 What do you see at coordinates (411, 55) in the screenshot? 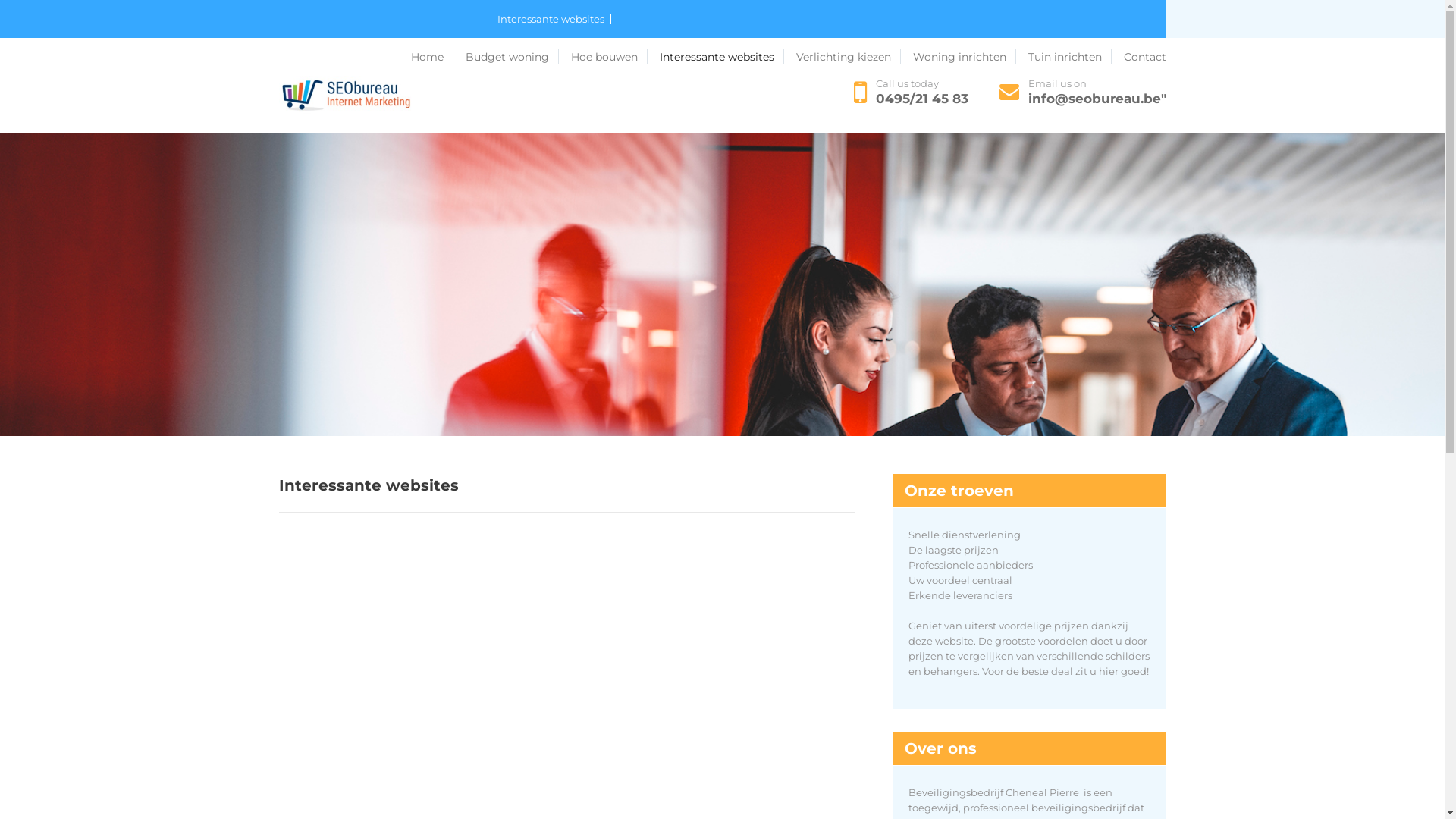
I see `'Home'` at bounding box center [411, 55].